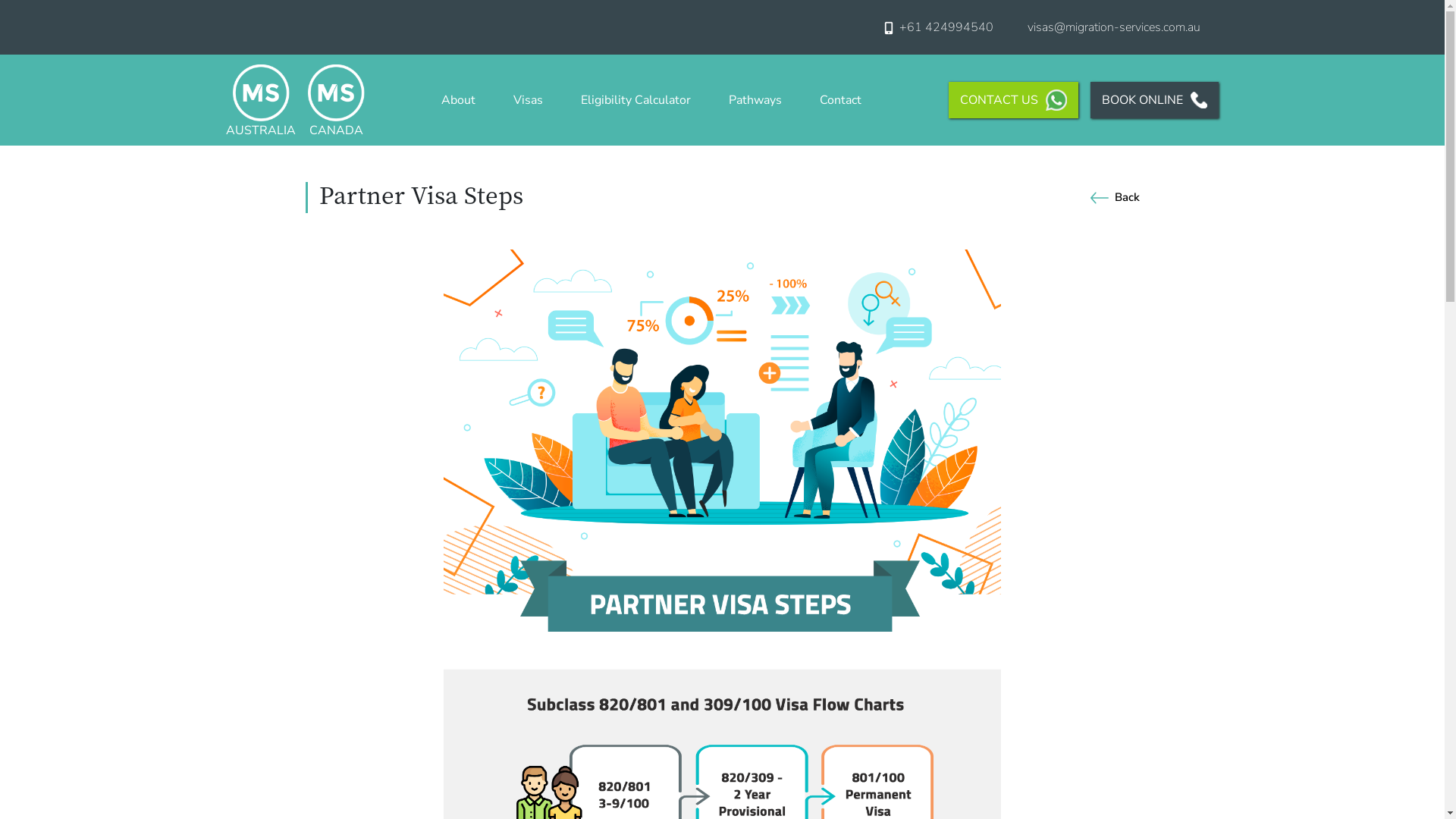 This screenshot has width=1456, height=819. I want to click on 'Visas', so click(528, 99).